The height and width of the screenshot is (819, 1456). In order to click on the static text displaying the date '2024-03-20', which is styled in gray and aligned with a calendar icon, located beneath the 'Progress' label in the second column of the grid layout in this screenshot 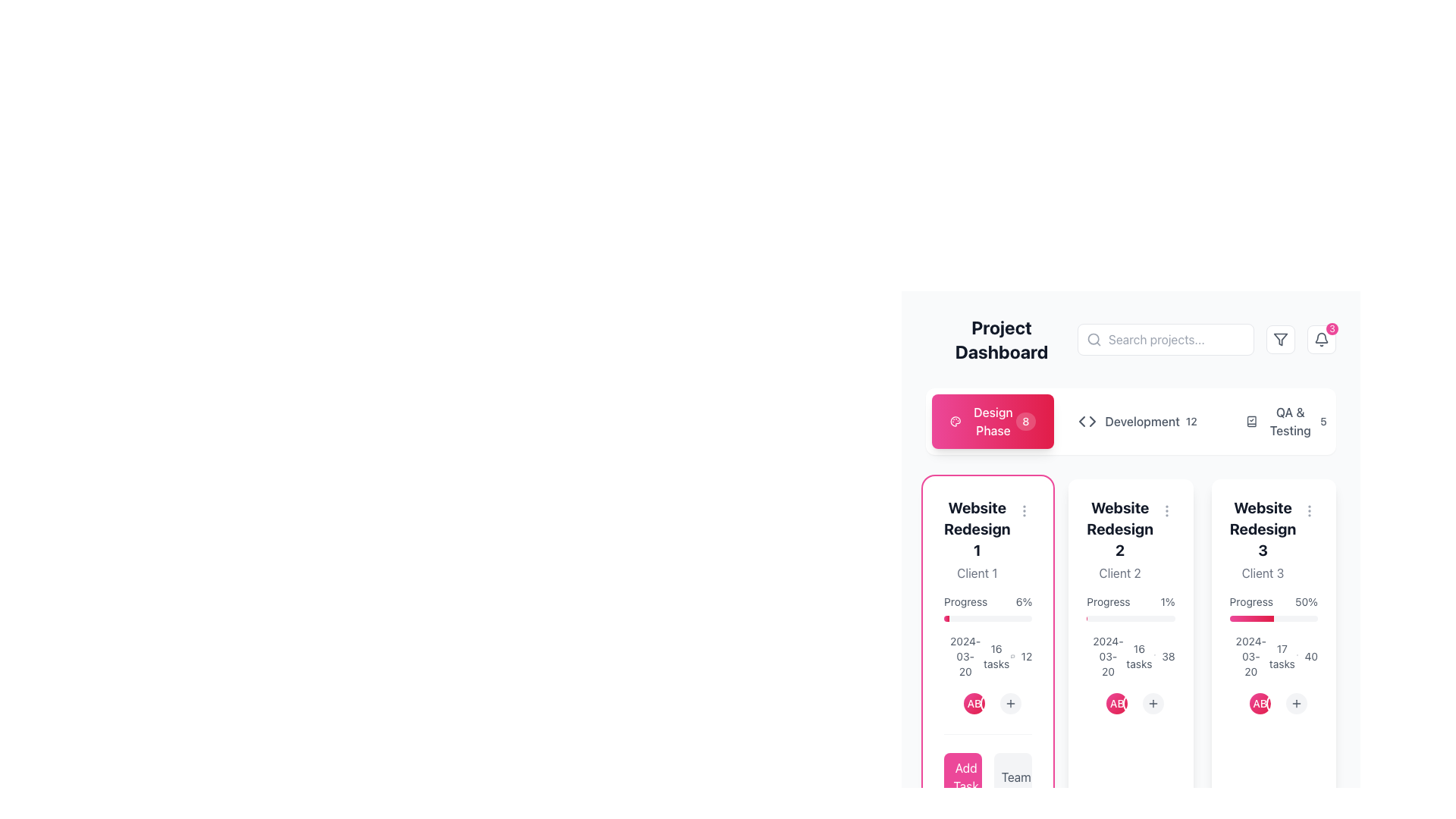, I will do `click(1097, 656)`.